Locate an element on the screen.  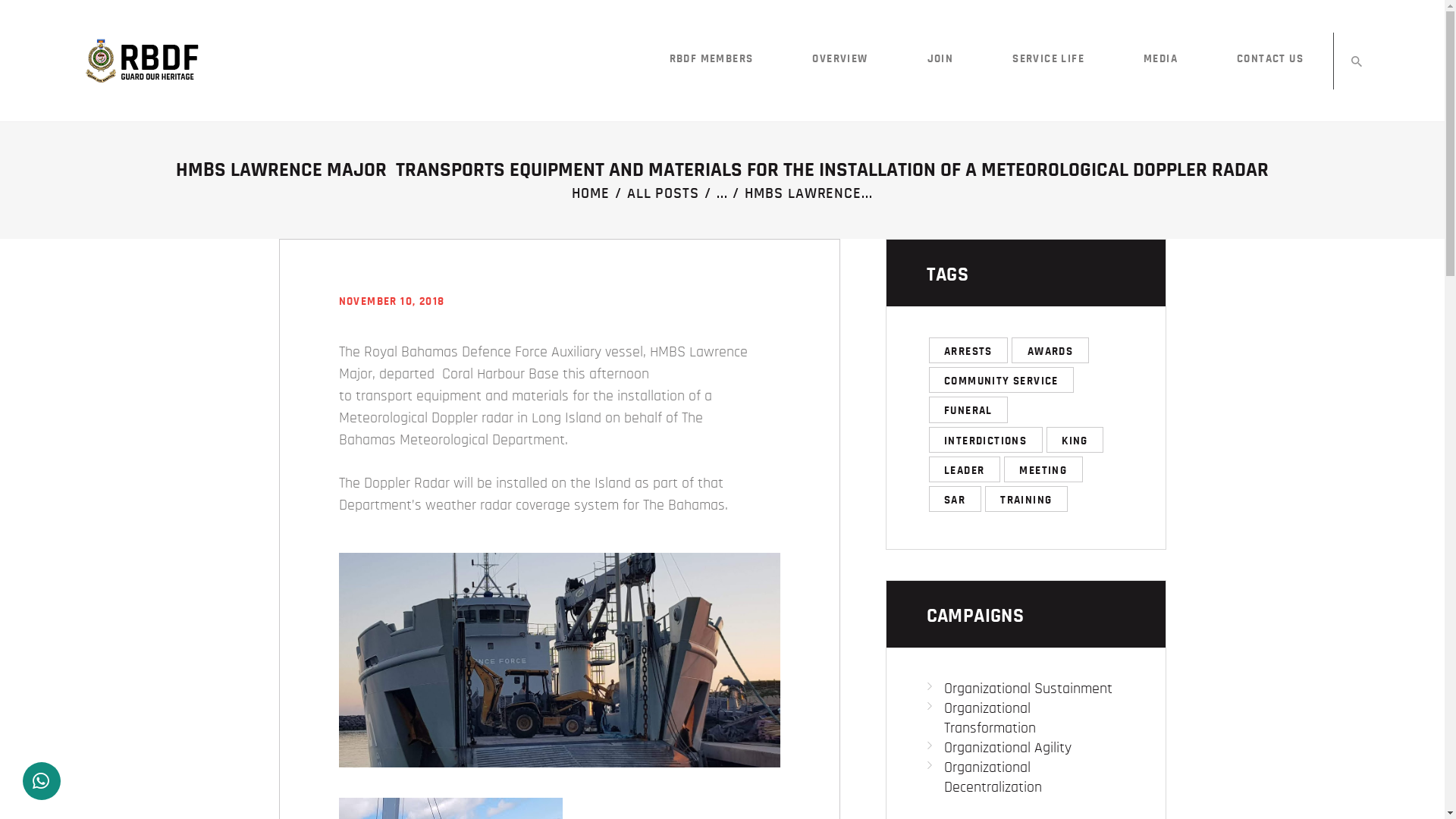
'NOVEMBER 10, 2018' is located at coordinates (391, 301).